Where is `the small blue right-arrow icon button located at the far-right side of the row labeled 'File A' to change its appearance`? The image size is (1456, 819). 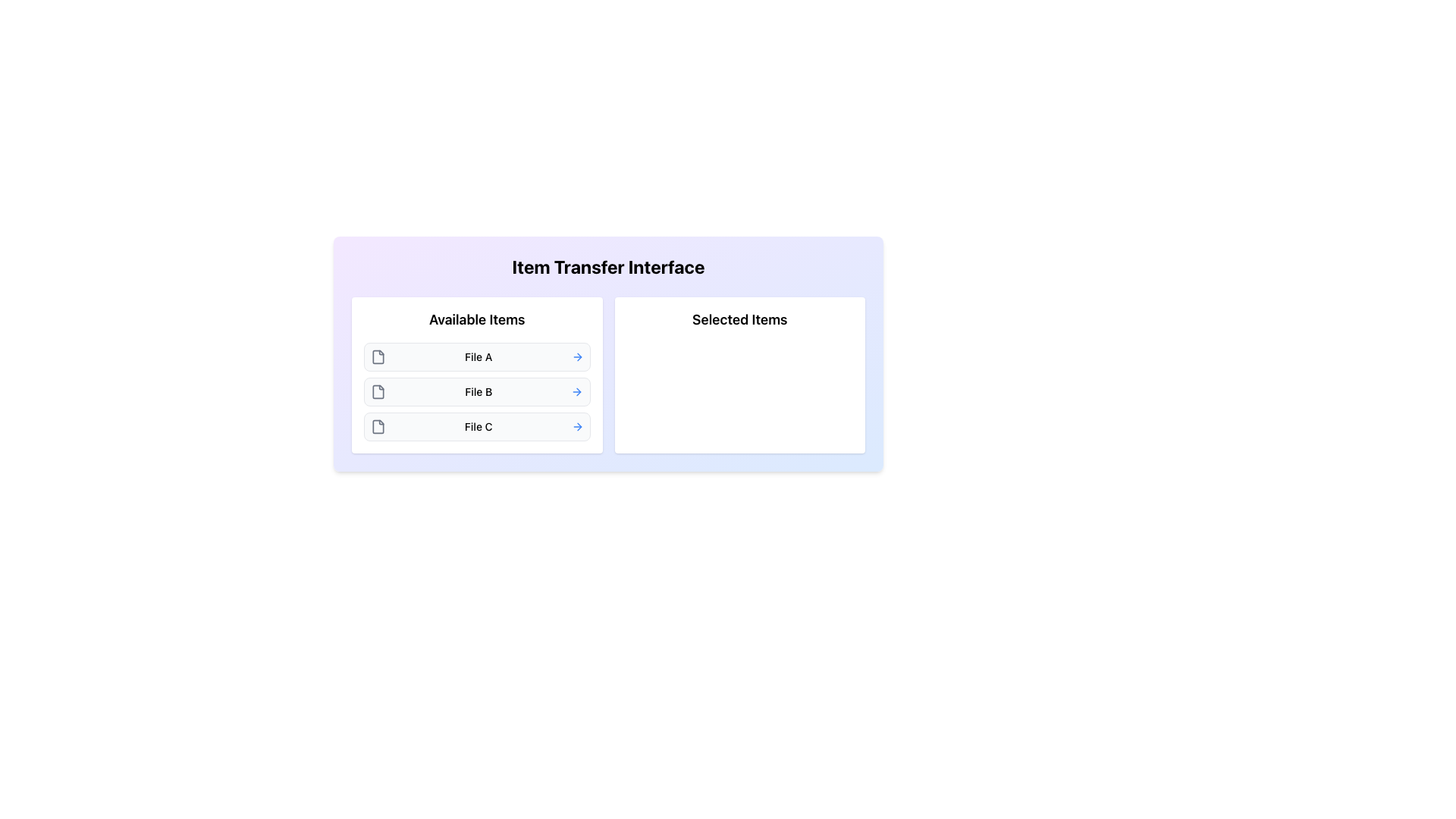
the small blue right-arrow icon button located at the far-right side of the row labeled 'File A' to change its appearance is located at coordinates (576, 356).